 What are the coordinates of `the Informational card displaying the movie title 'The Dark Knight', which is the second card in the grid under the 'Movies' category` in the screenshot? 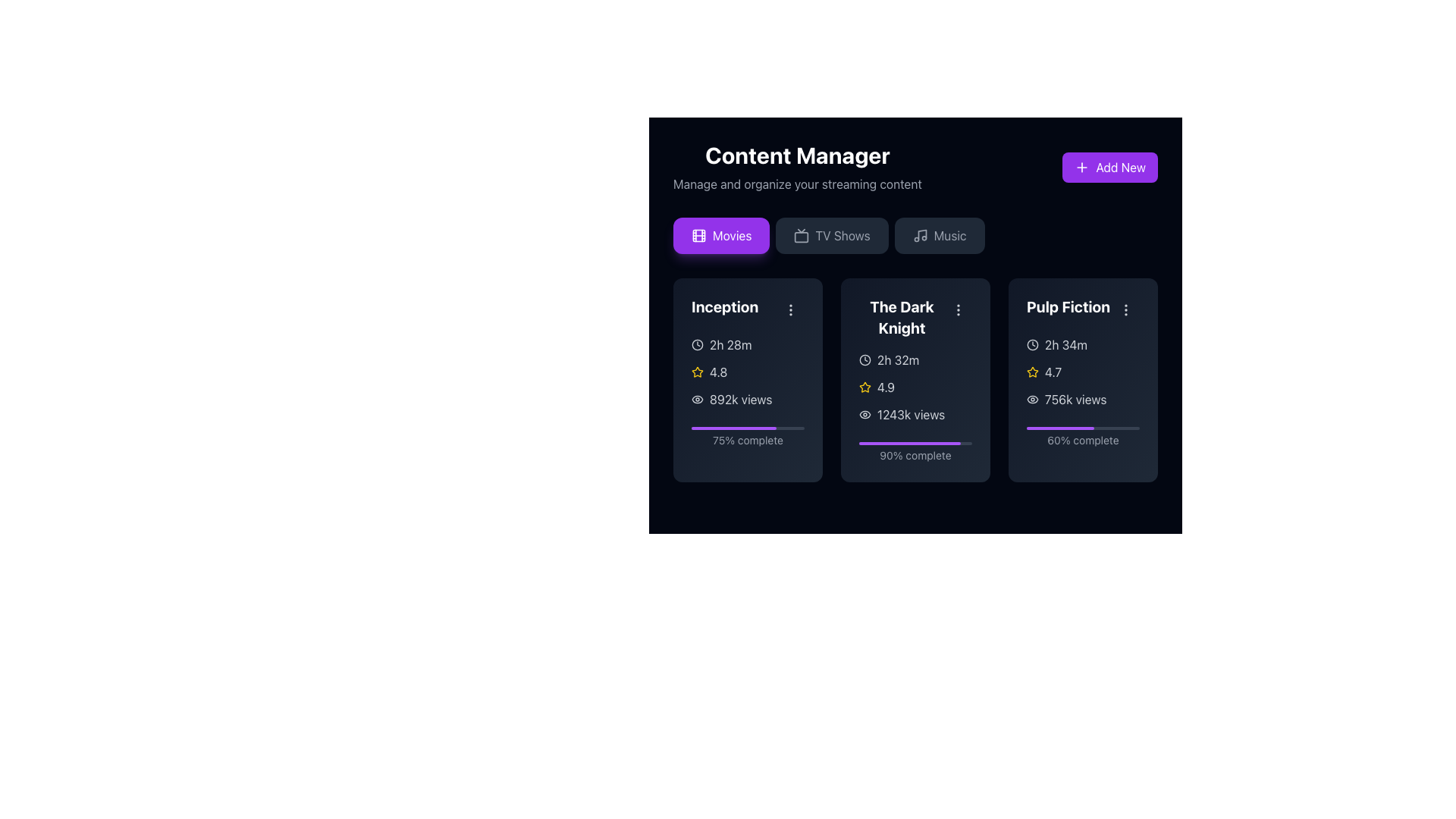 It's located at (915, 379).